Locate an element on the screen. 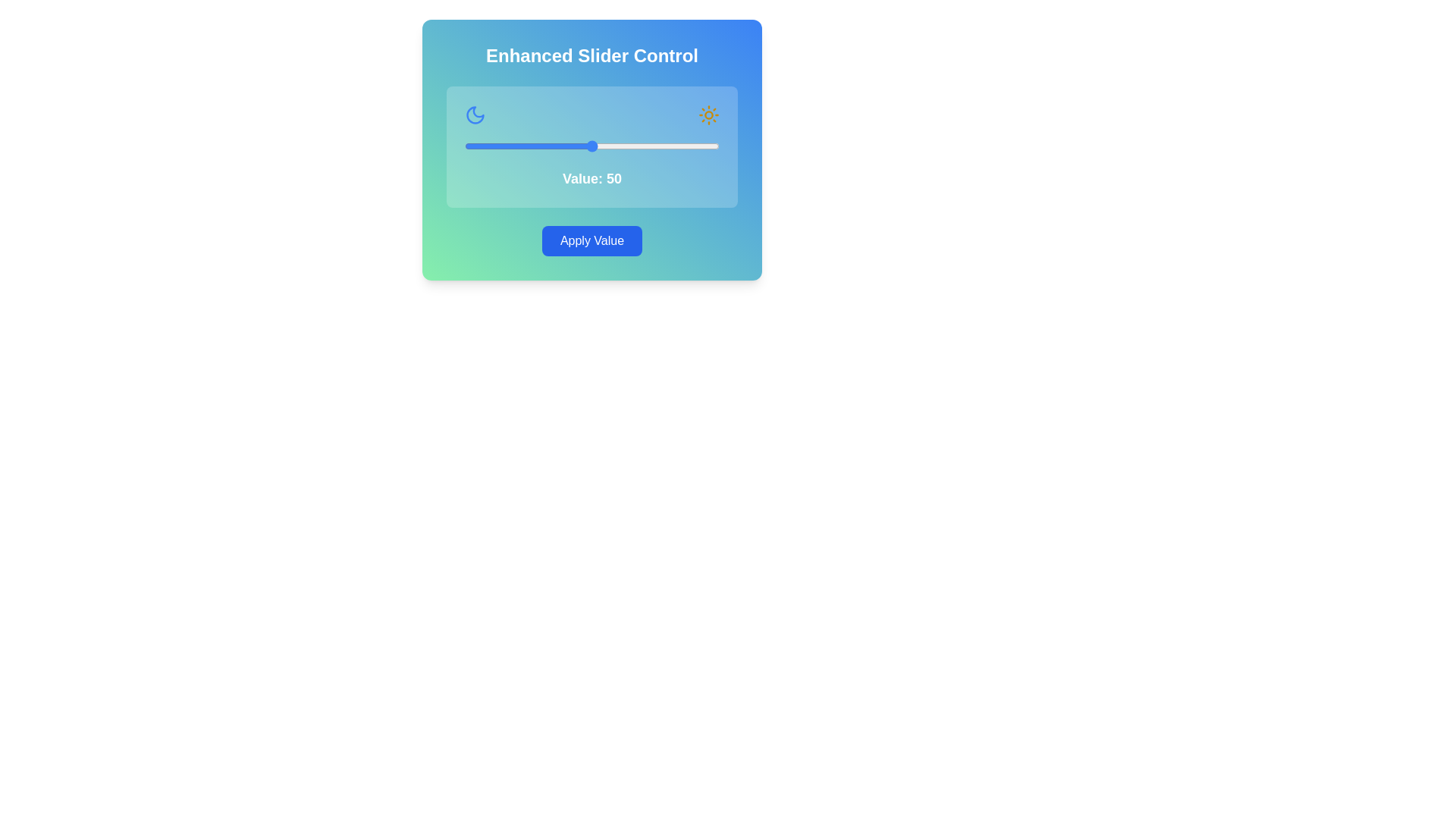  the slider is located at coordinates (706, 146).